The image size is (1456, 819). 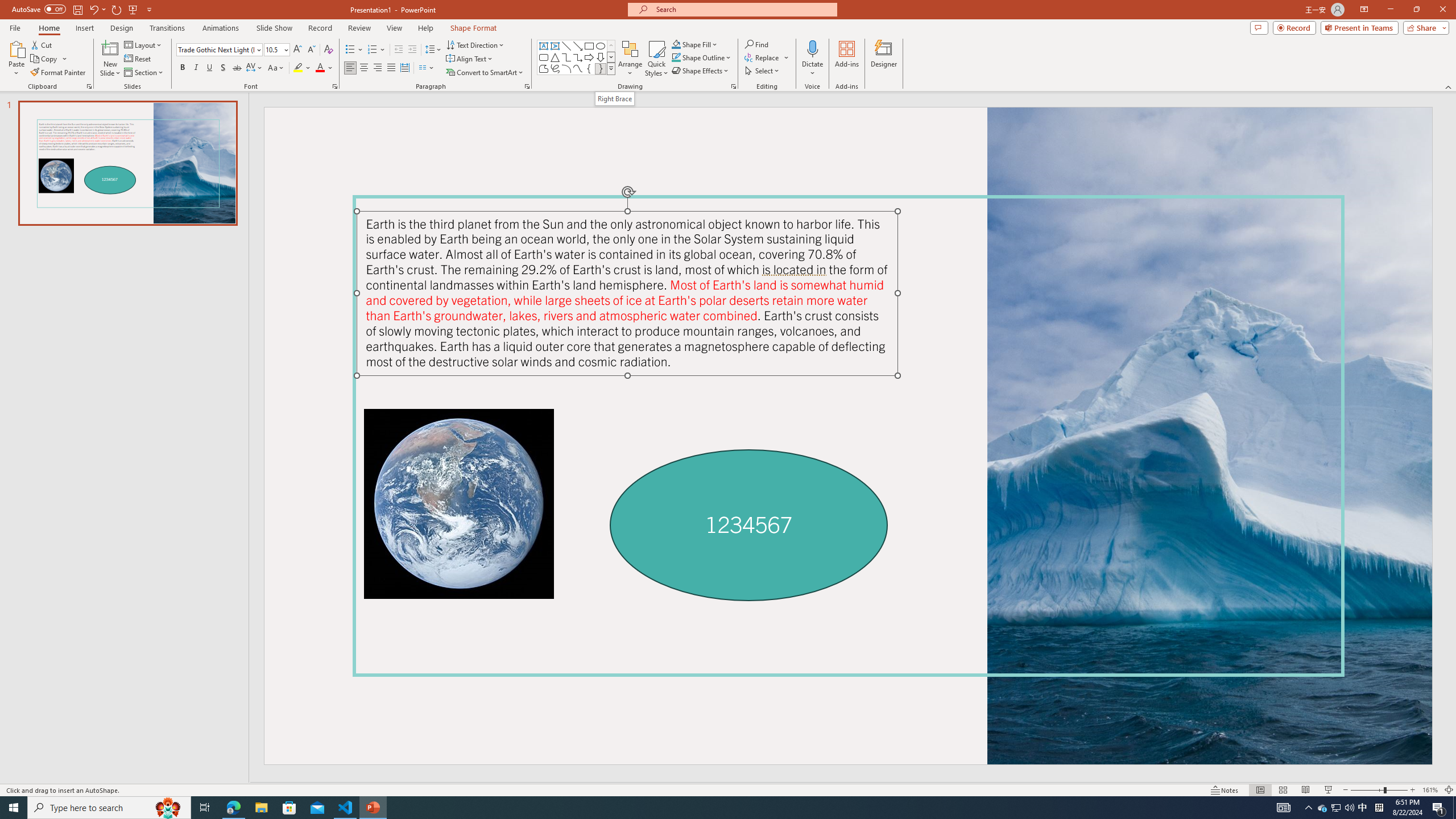 I want to click on 'Shape Effects', so click(x=700, y=69).